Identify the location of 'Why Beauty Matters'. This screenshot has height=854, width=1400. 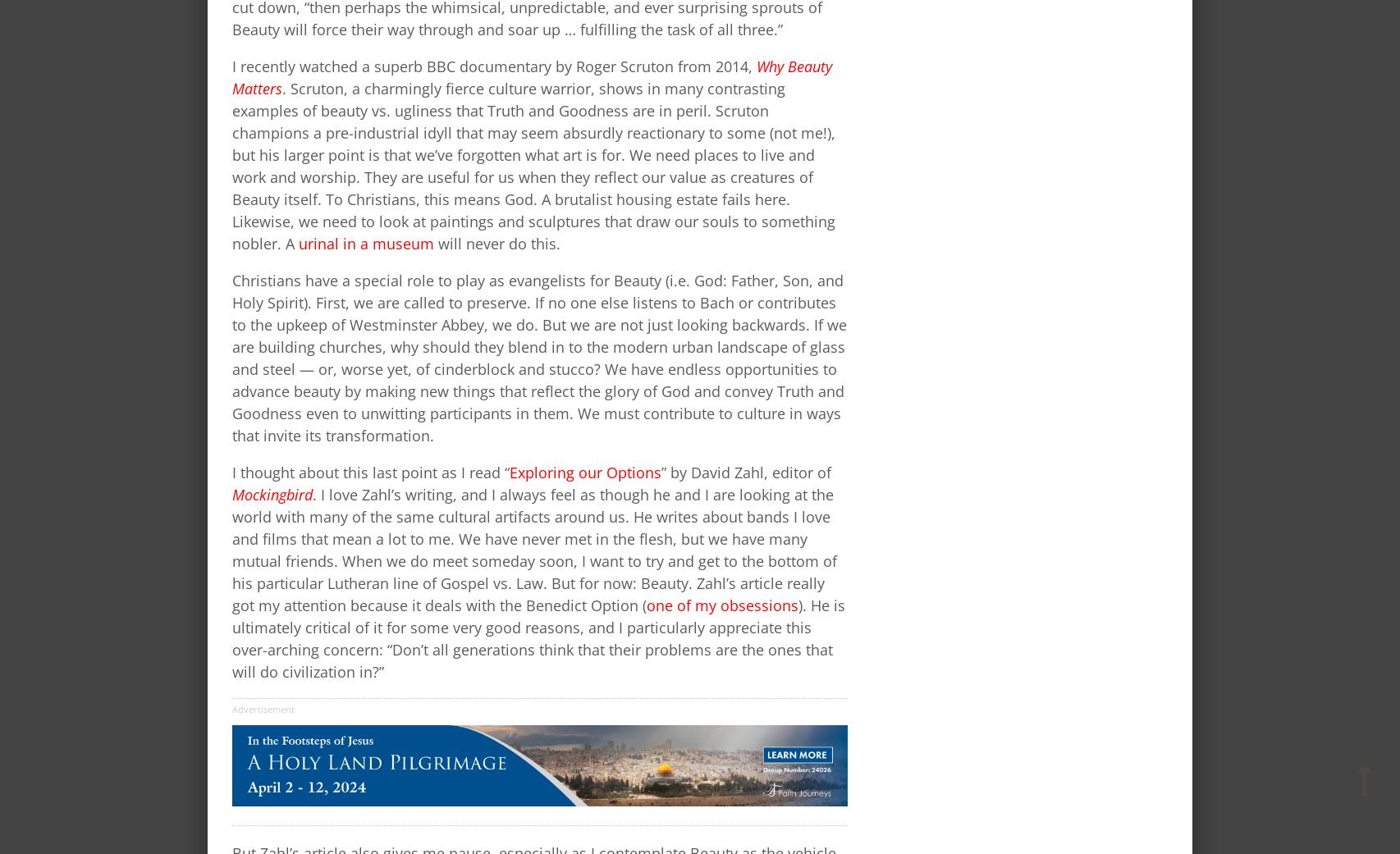
(531, 75).